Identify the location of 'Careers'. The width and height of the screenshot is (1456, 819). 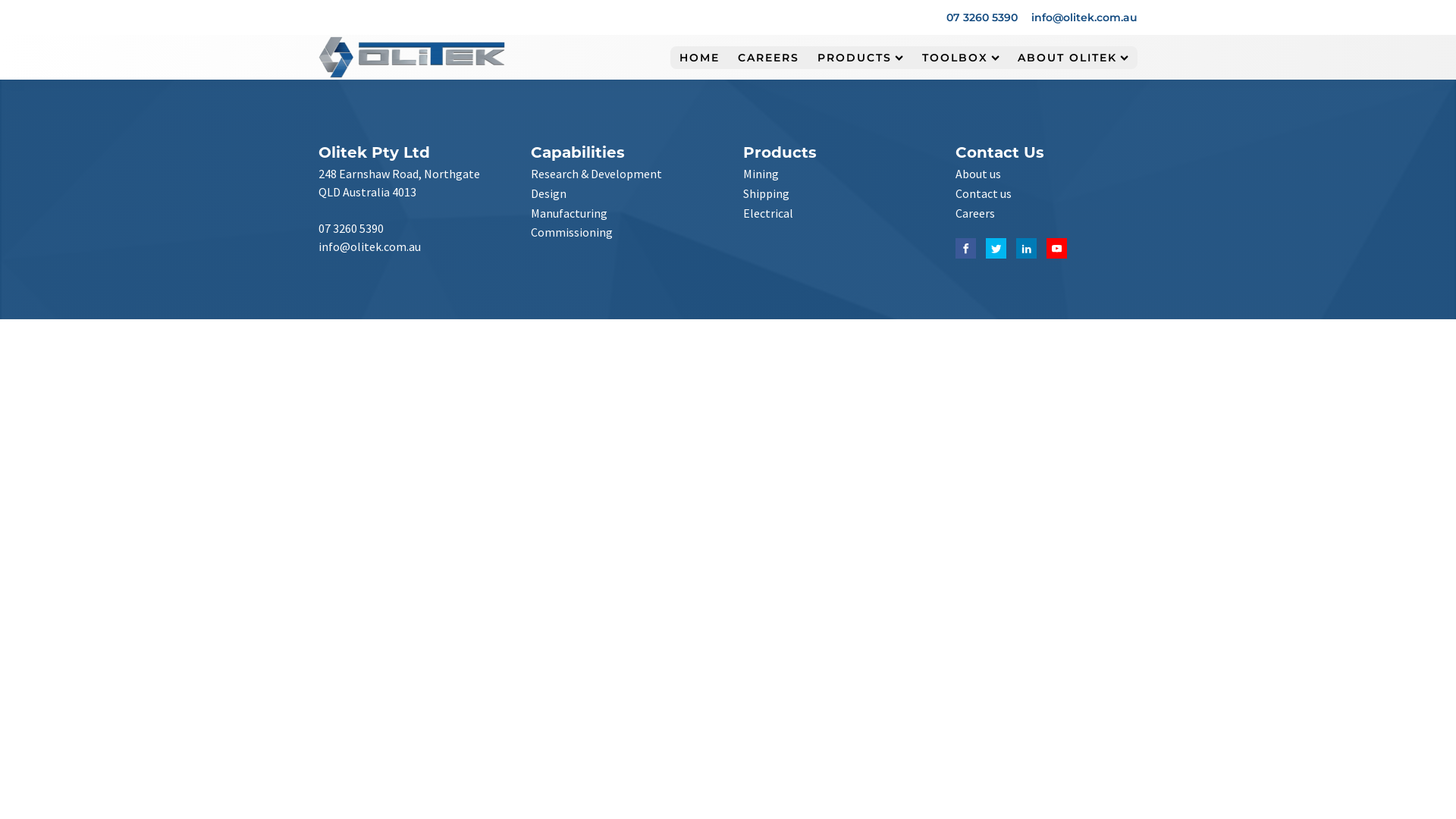
(975, 213).